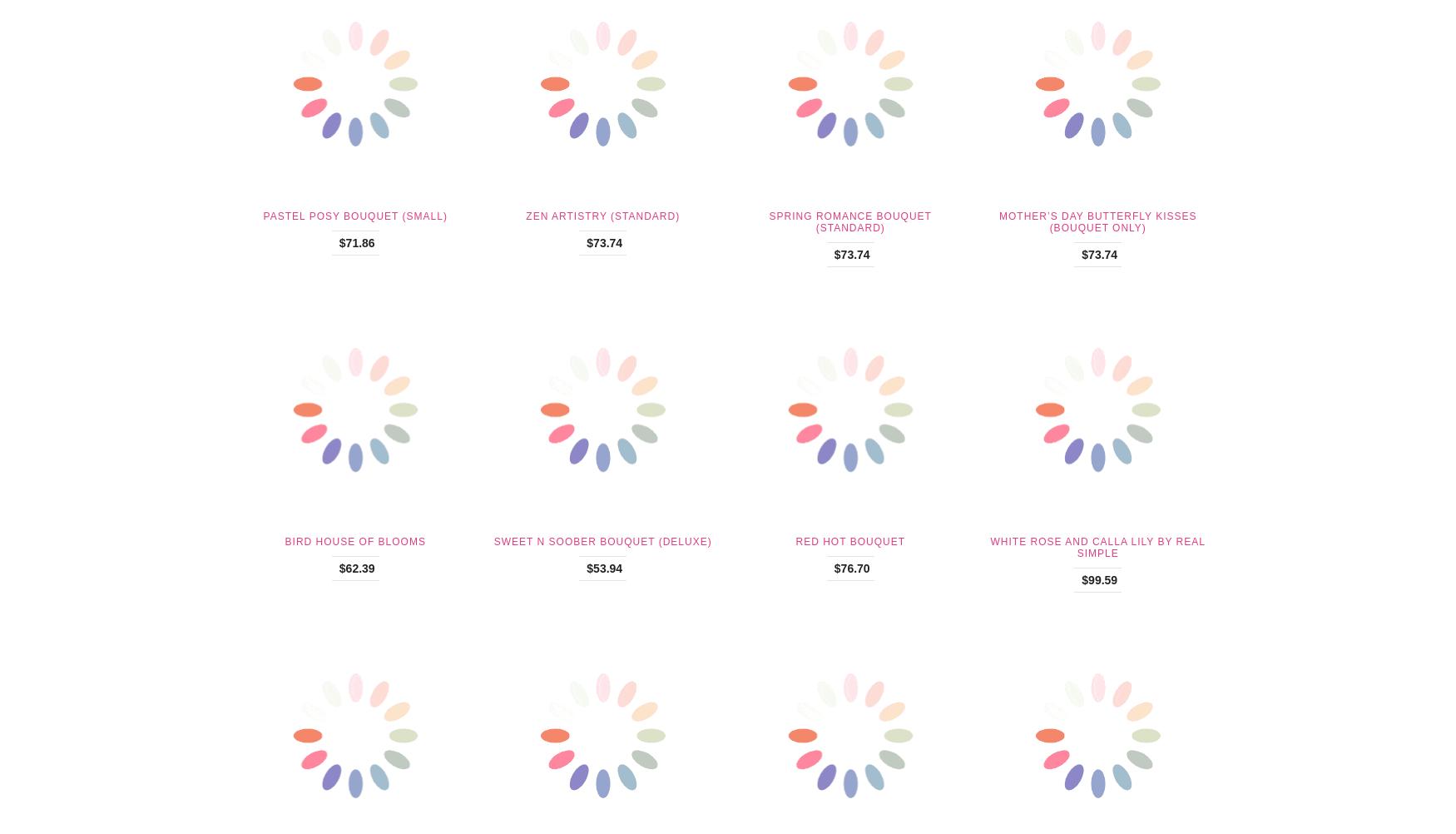 The width and height of the screenshot is (1456, 834). I want to click on 'Spring Romance Bouquet (Standard)', so click(849, 221).